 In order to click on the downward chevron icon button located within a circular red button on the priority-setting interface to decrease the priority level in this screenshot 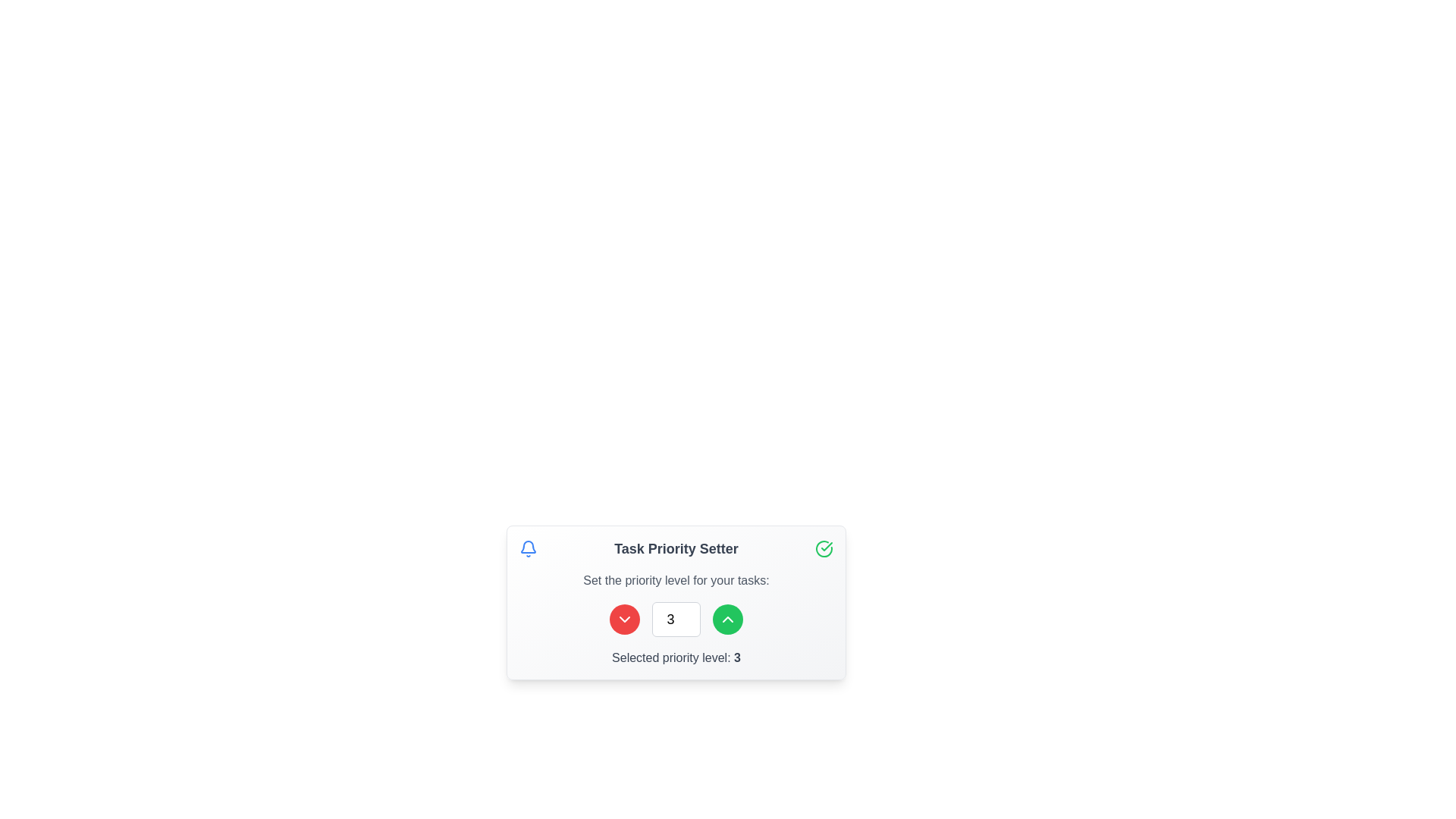, I will do `click(625, 620)`.